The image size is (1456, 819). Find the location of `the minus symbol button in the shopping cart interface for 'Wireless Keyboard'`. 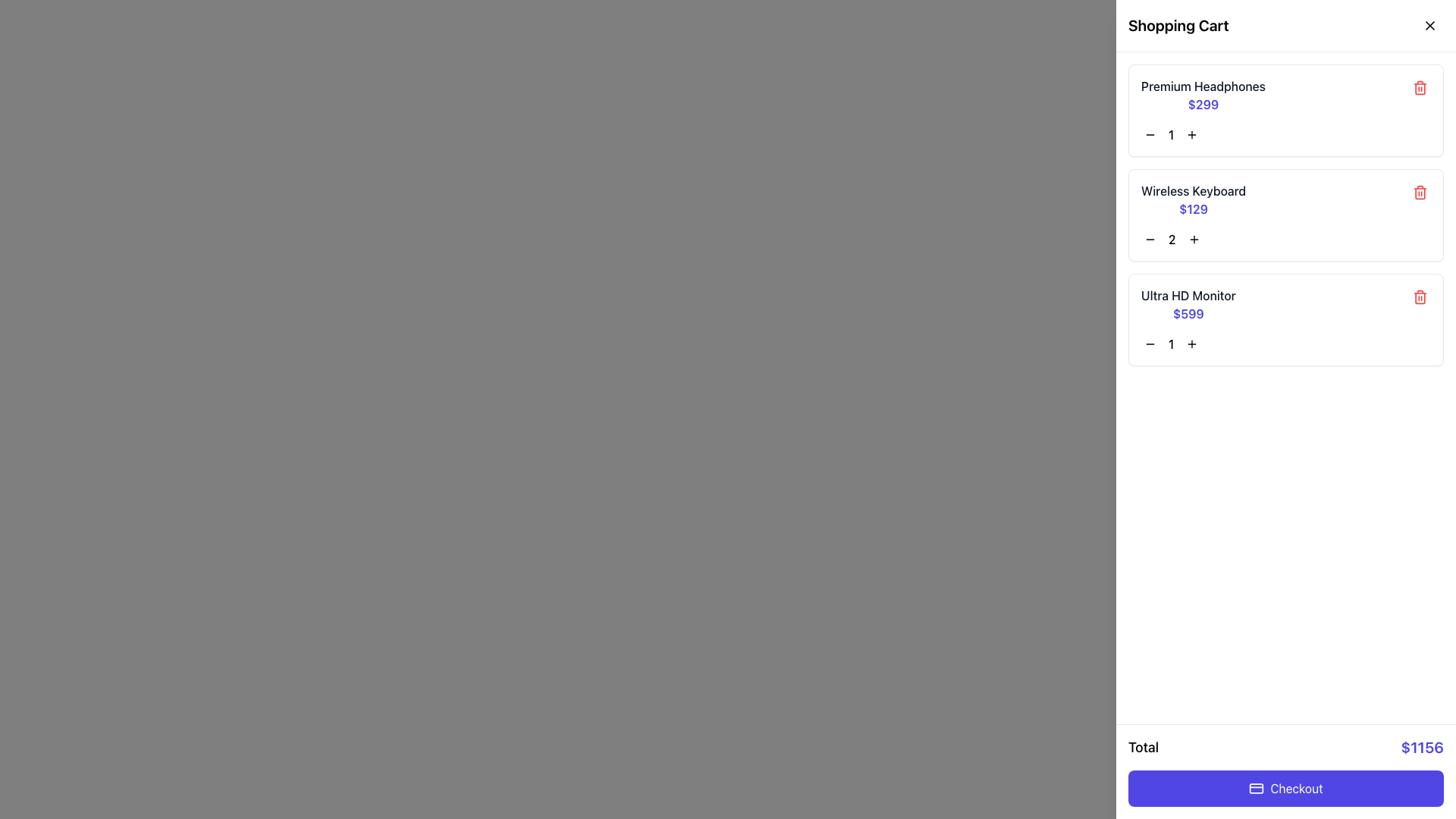

the minus symbol button in the shopping cart interface for 'Wireless Keyboard' is located at coordinates (1150, 239).